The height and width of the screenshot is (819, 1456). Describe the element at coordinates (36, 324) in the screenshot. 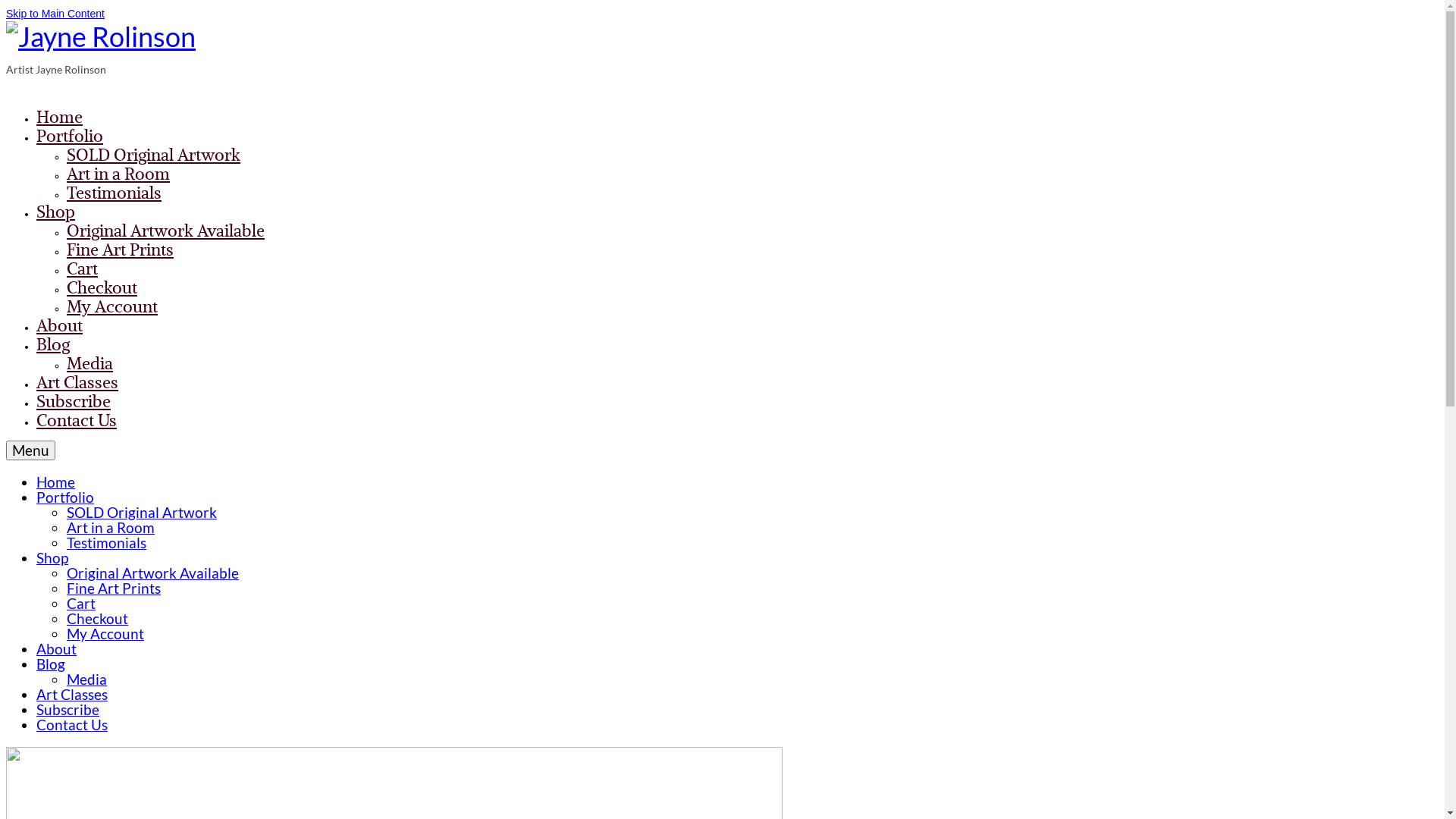

I see `'About'` at that location.